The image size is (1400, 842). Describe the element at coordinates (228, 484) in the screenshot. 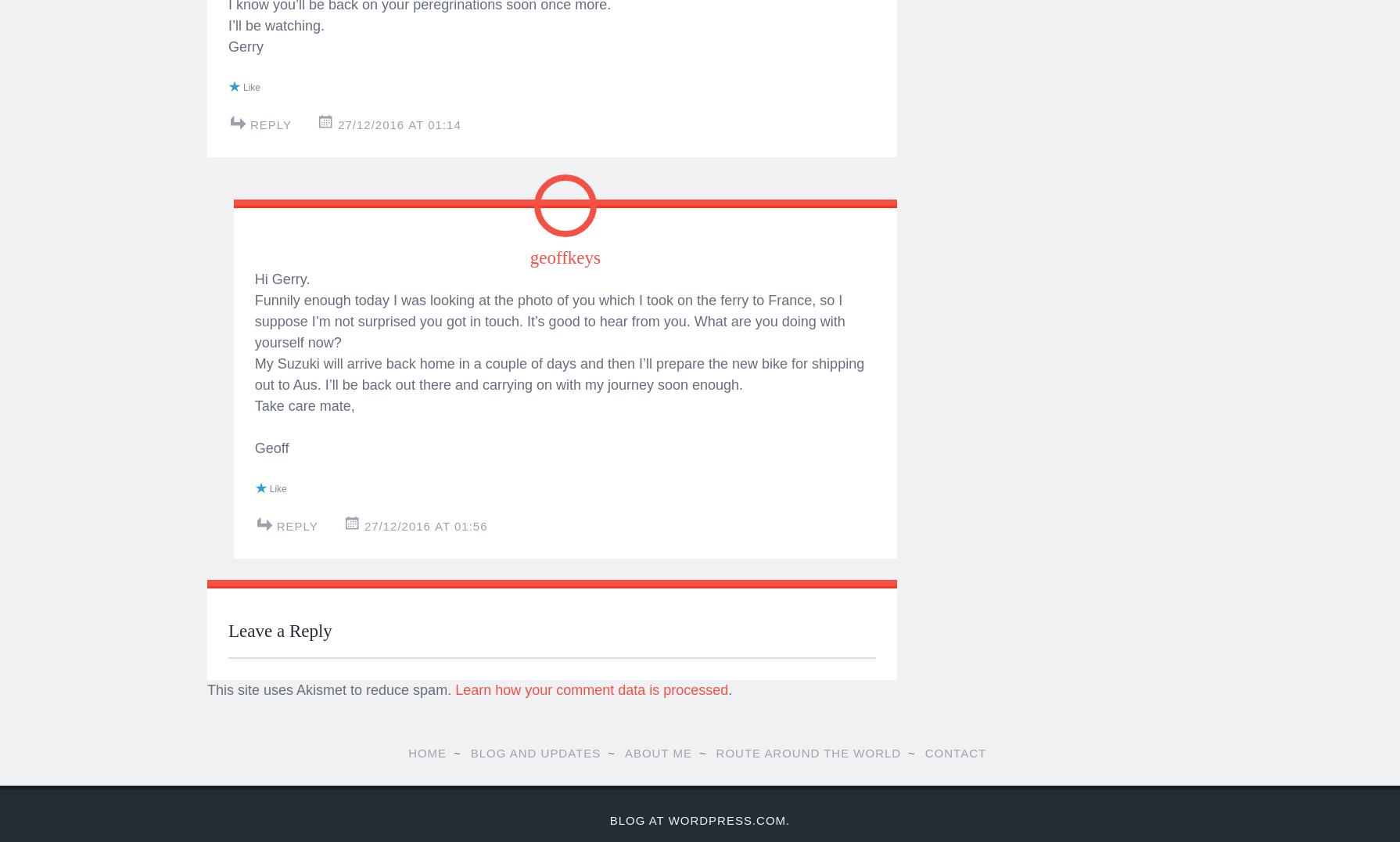

I see `'I know you’ll be back on your peregrinations soon once more.'` at that location.